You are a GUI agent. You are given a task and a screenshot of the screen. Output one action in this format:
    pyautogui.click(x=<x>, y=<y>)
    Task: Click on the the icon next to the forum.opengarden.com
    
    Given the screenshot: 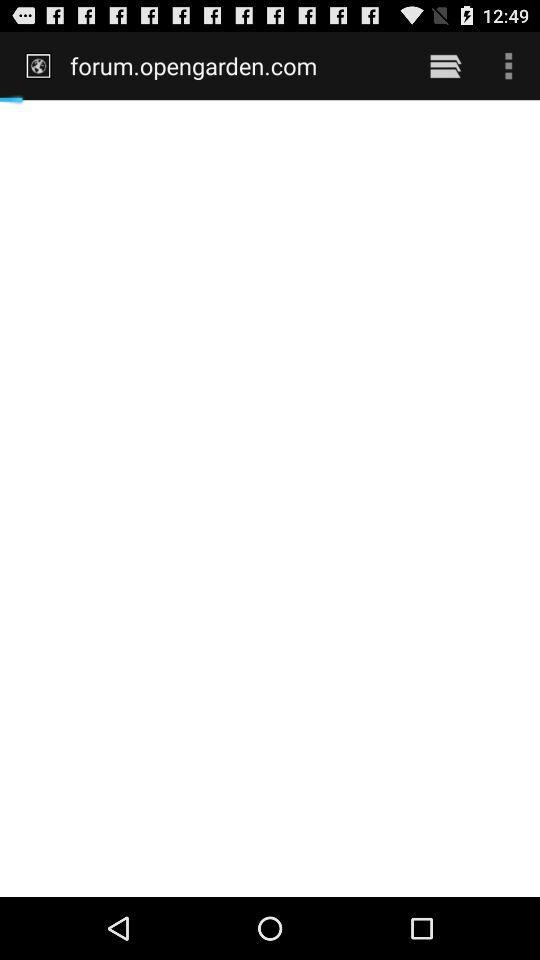 What is the action you would take?
    pyautogui.click(x=445, y=65)
    